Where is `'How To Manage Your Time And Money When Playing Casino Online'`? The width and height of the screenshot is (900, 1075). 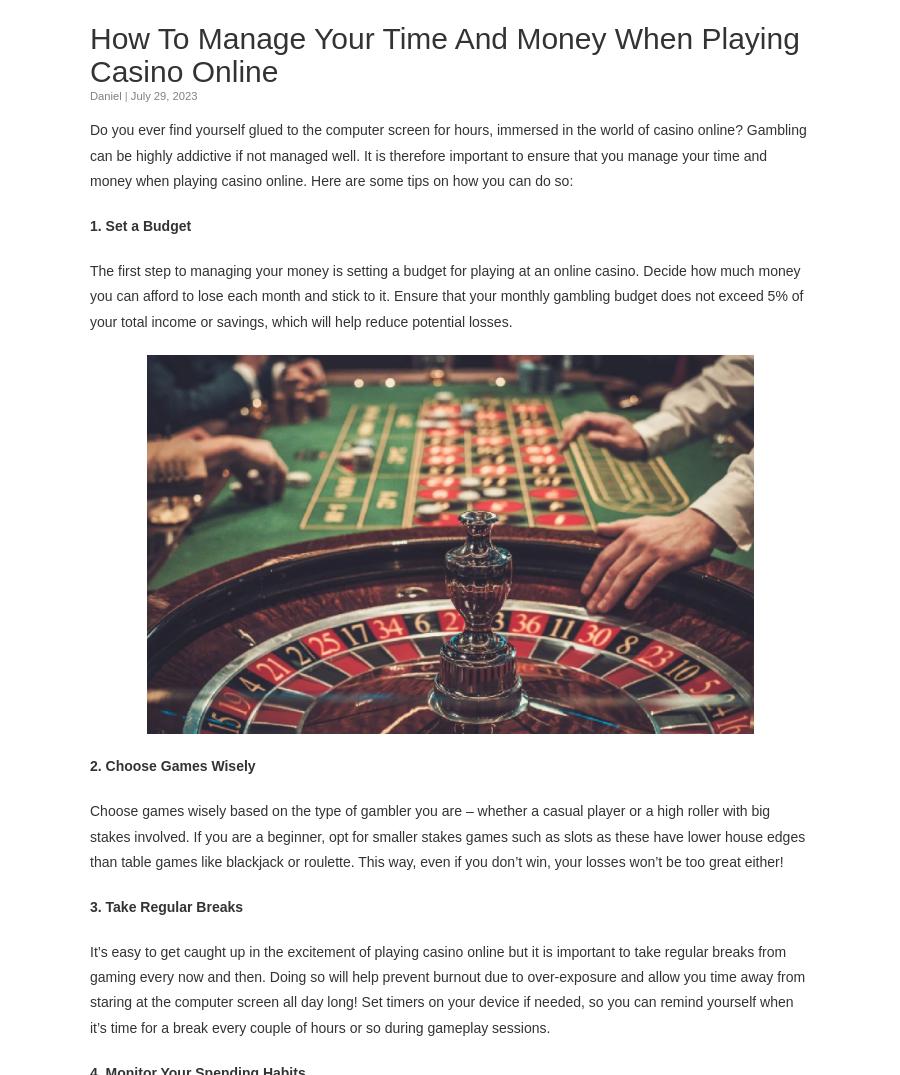
'How To Manage Your Time And Money When Playing Casino Online' is located at coordinates (444, 53).